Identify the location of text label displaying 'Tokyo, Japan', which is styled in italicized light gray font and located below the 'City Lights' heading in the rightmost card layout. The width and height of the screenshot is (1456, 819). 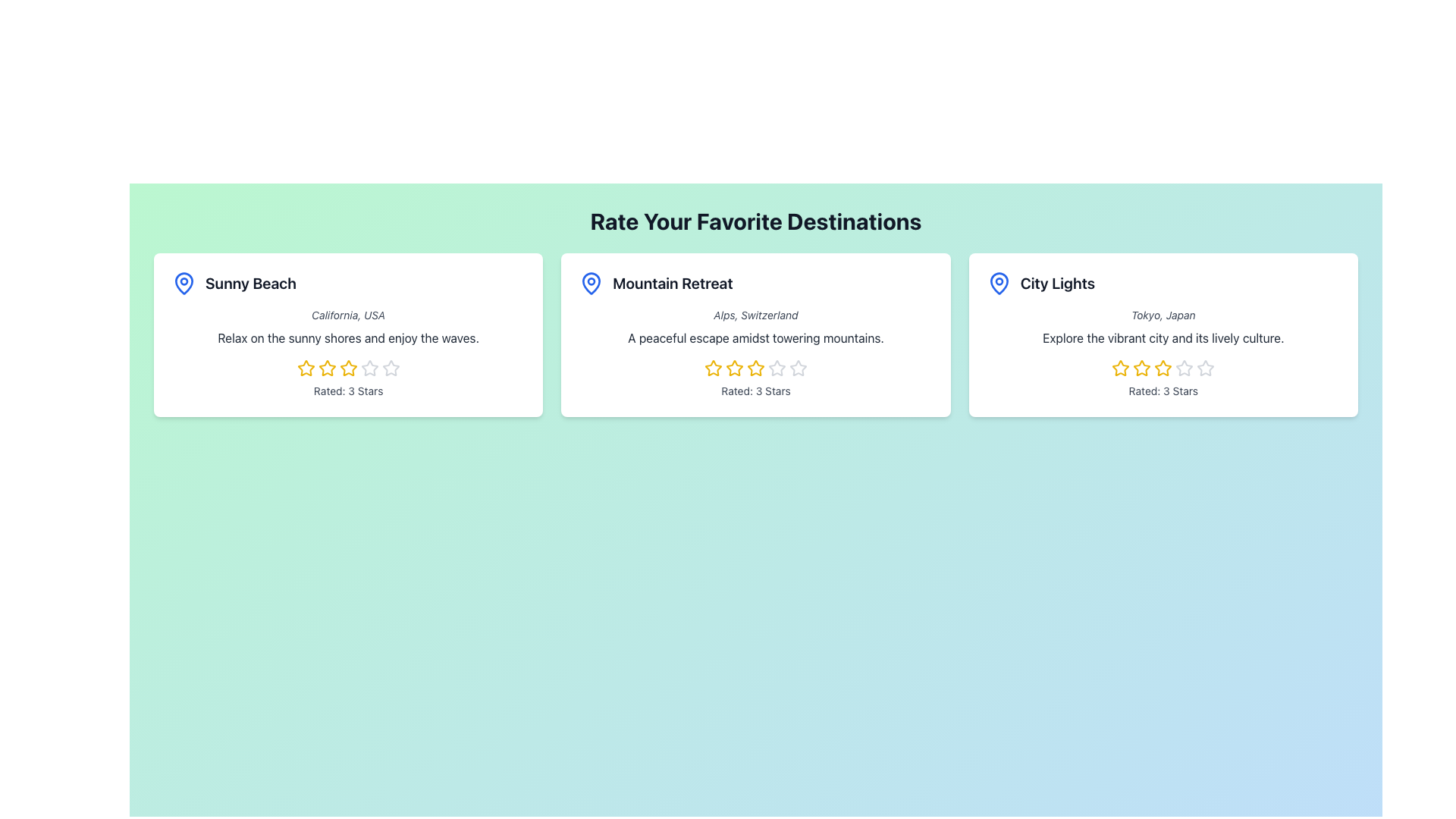
(1163, 315).